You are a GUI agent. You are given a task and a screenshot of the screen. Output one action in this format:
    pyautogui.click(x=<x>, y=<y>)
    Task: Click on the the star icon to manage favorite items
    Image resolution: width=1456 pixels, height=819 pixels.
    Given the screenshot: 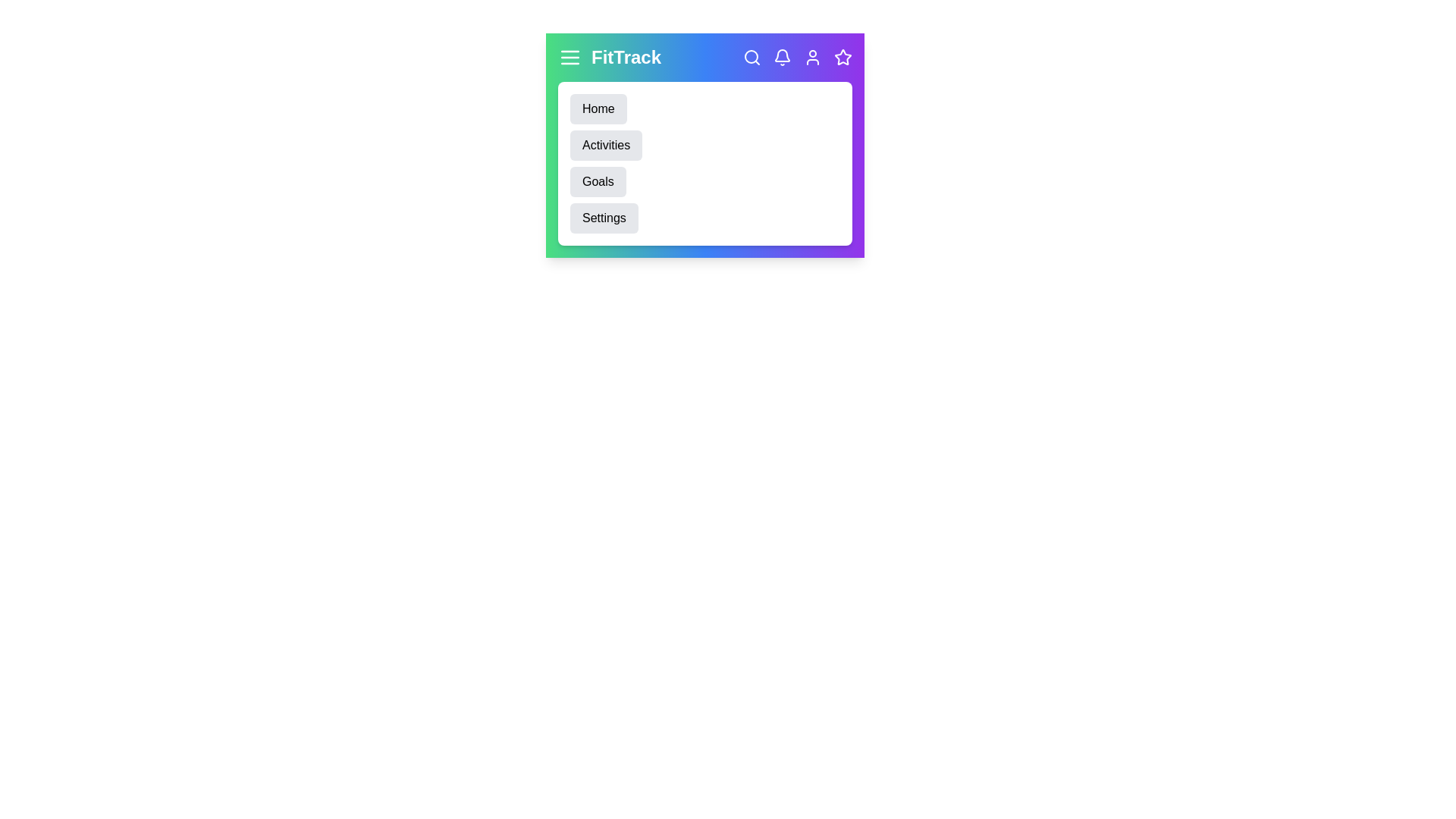 What is the action you would take?
    pyautogui.click(x=843, y=57)
    